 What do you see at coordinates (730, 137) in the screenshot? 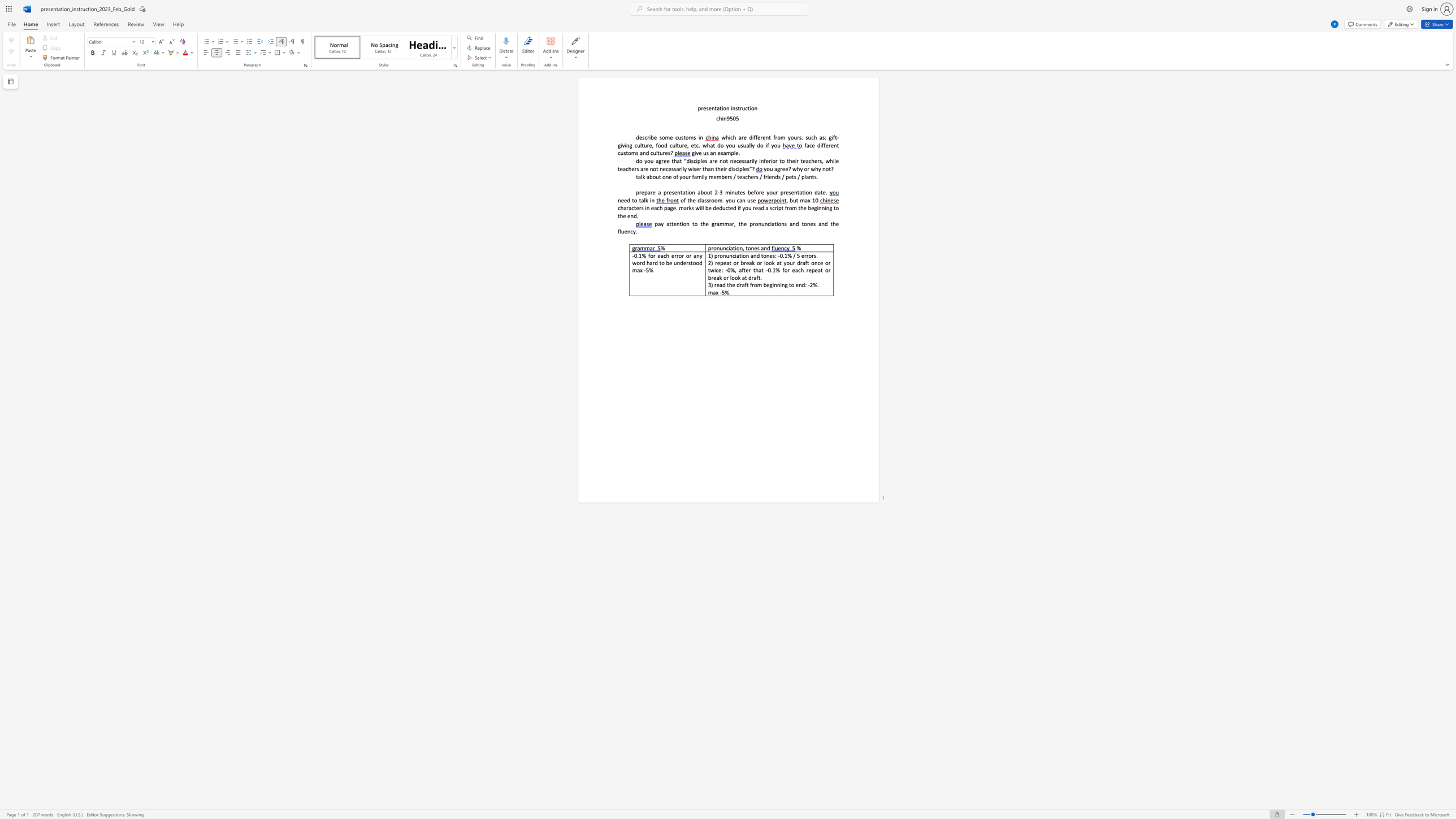
I see `the subset text "ch are different f" within the text "which are different from yours."` at bounding box center [730, 137].